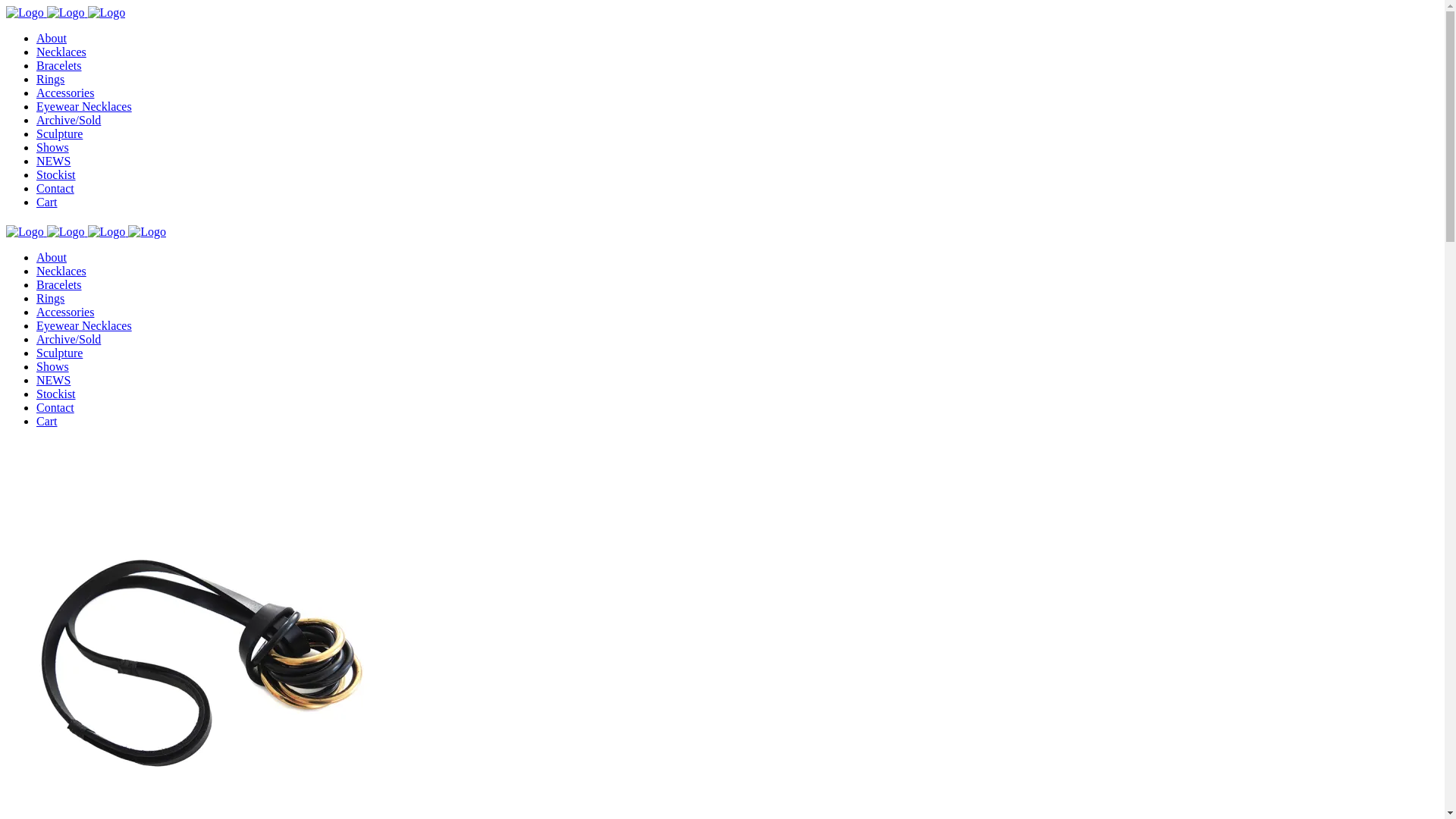 This screenshot has width=1456, height=819. What do you see at coordinates (83, 105) in the screenshot?
I see `'Eyewear Necklaces'` at bounding box center [83, 105].